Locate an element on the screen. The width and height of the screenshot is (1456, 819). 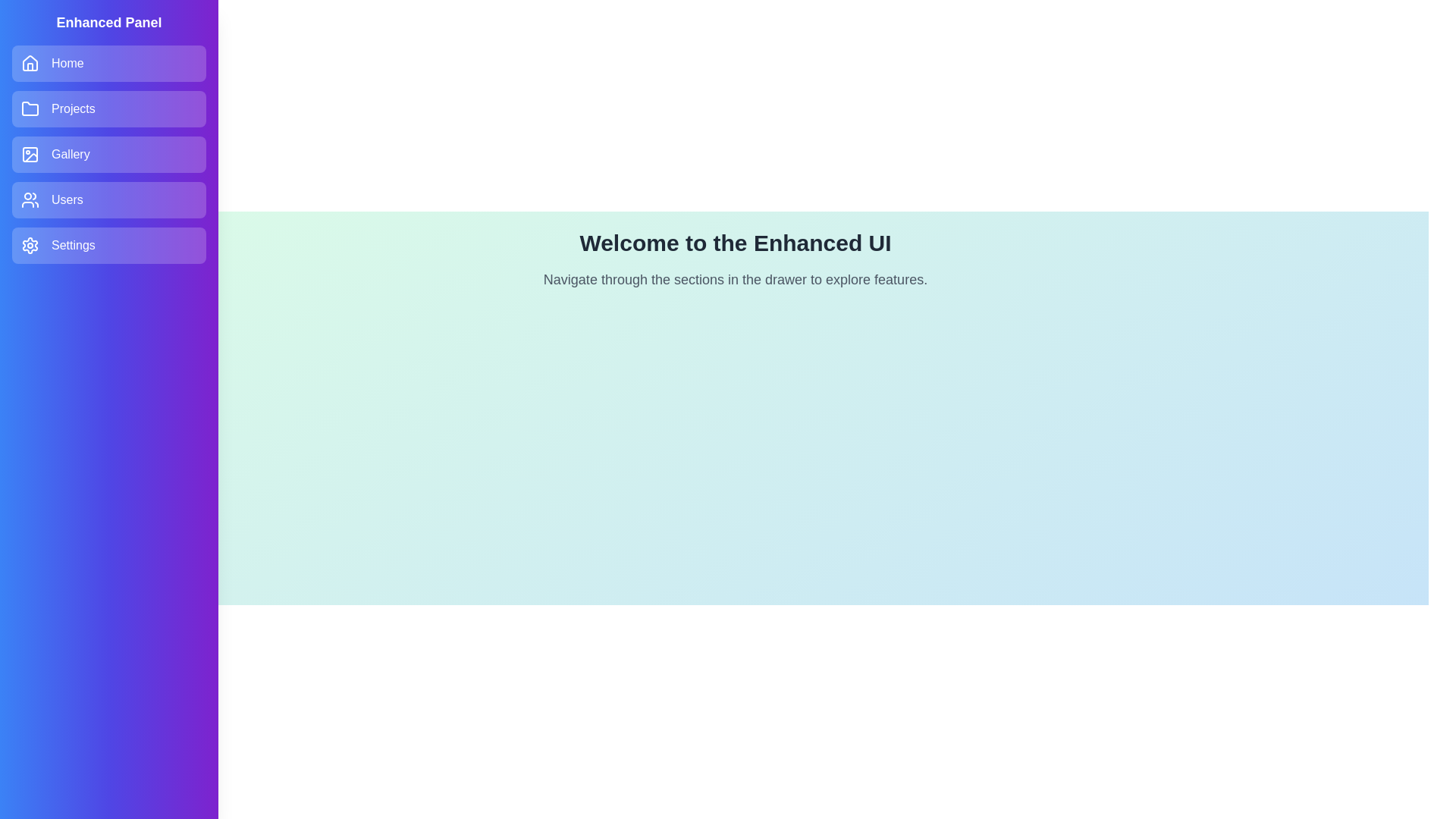
the Settings section in the drawer is located at coordinates (108, 245).